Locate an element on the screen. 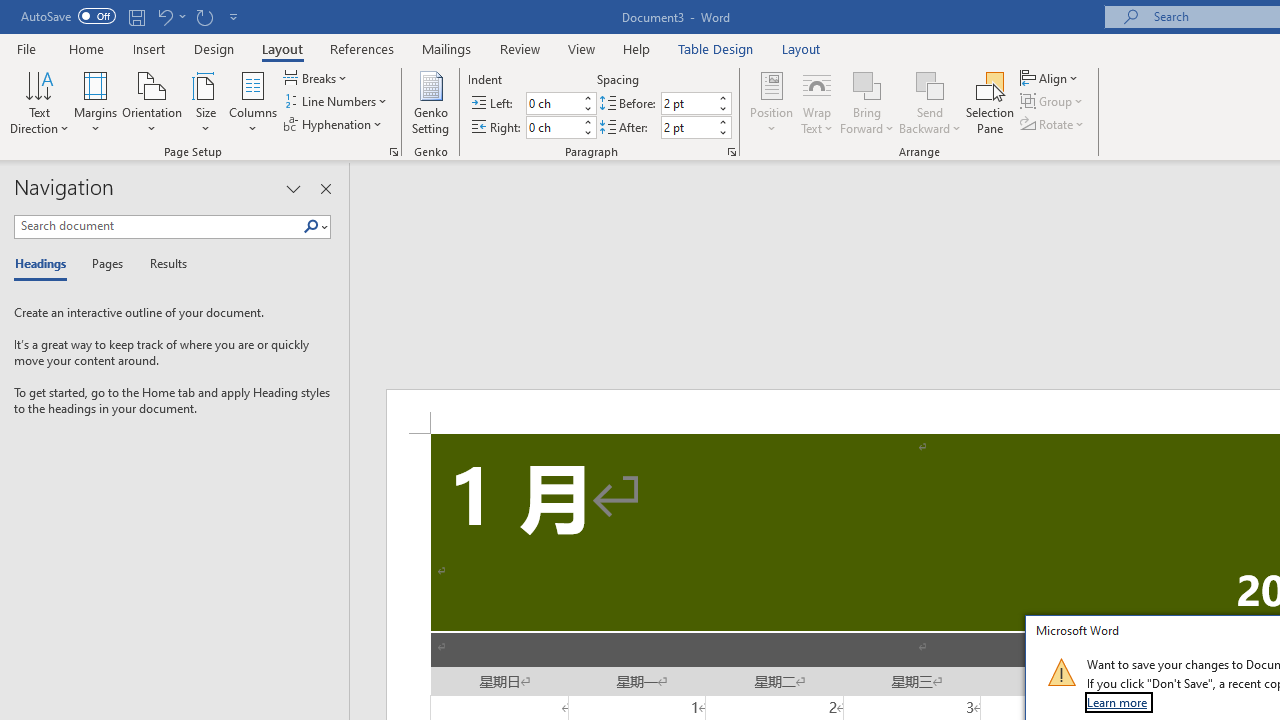 This screenshot has height=720, width=1280. 'Genko Setting...' is located at coordinates (429, 103).